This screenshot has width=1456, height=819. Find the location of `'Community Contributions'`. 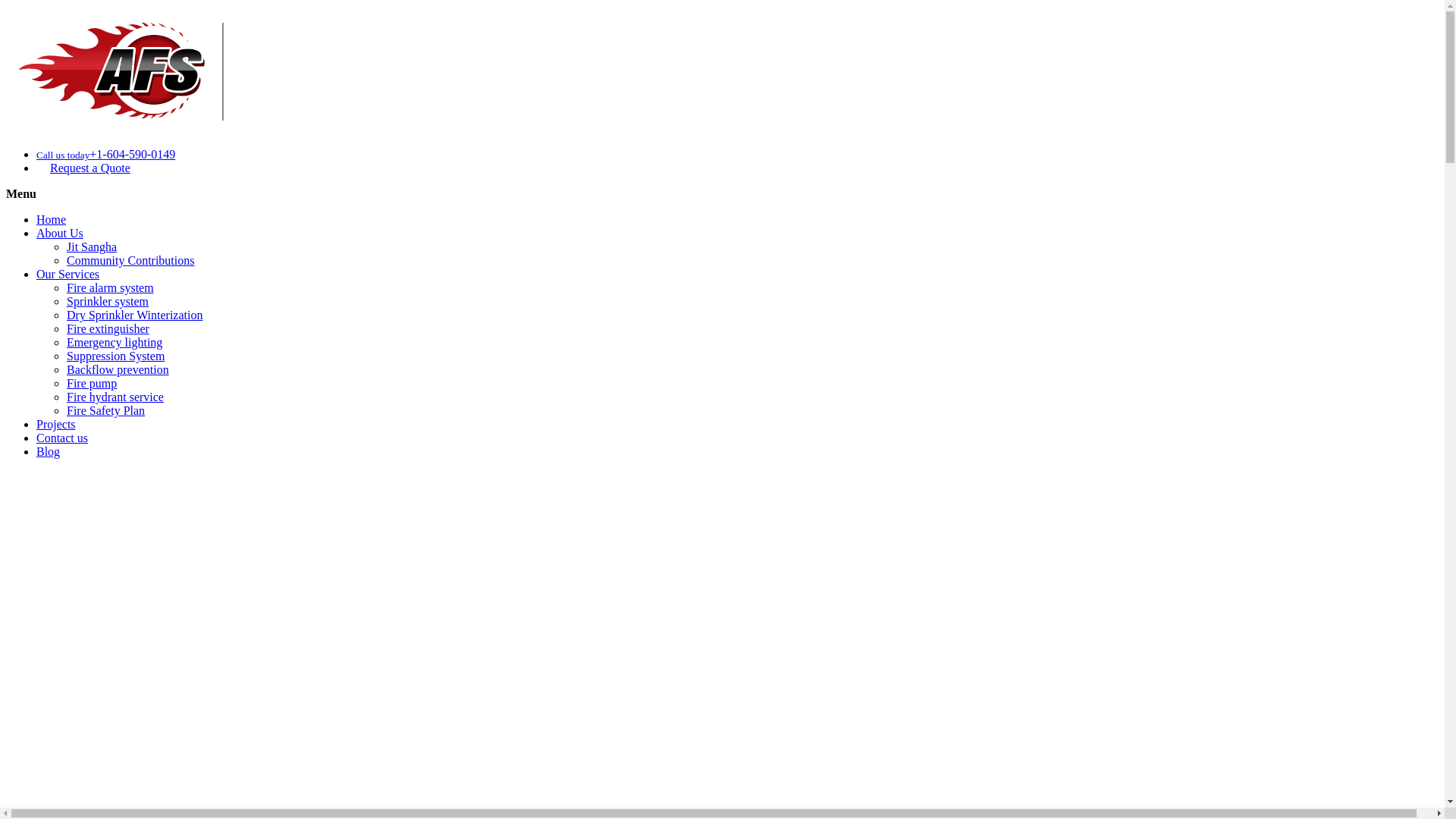

'Community Contributions' is located at coordinates (130, 259).